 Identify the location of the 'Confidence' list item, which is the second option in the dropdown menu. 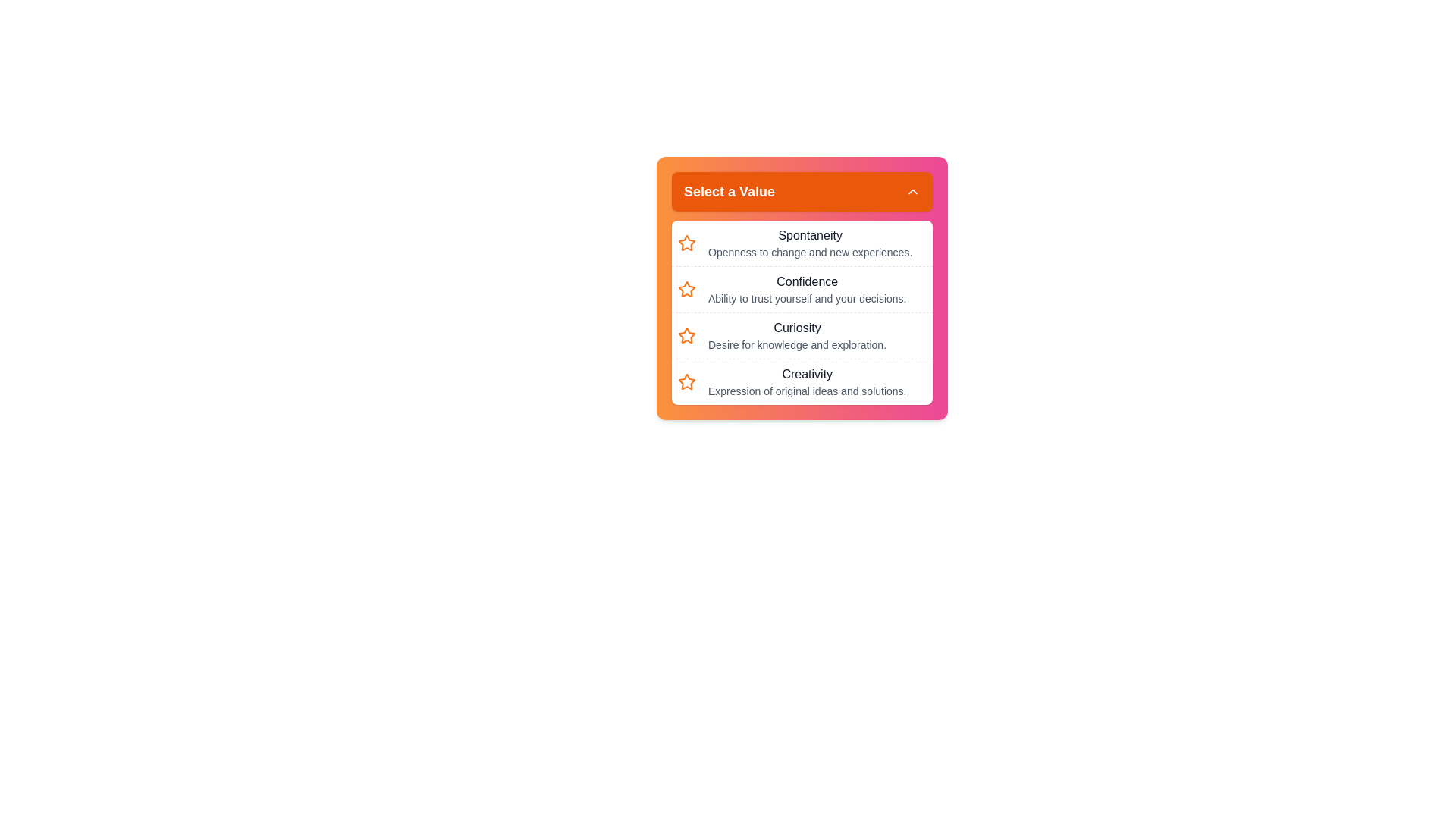
(801, 289).